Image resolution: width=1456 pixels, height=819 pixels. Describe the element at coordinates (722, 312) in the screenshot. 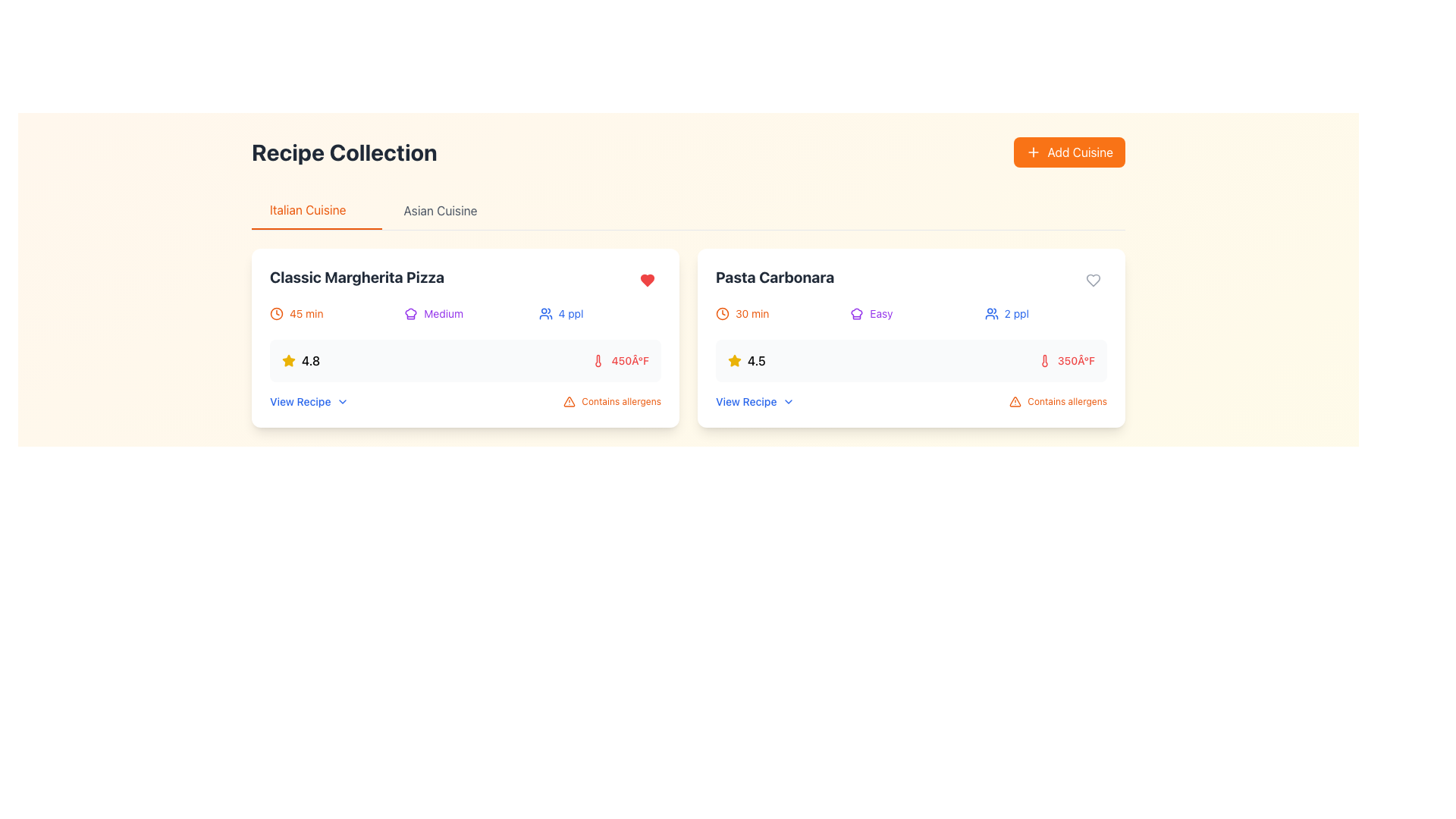

I see `the Clock icon located to the left of the '30 min' text, which indicates the time duration for the 'Pasta Carbonara' recipe` at that location.